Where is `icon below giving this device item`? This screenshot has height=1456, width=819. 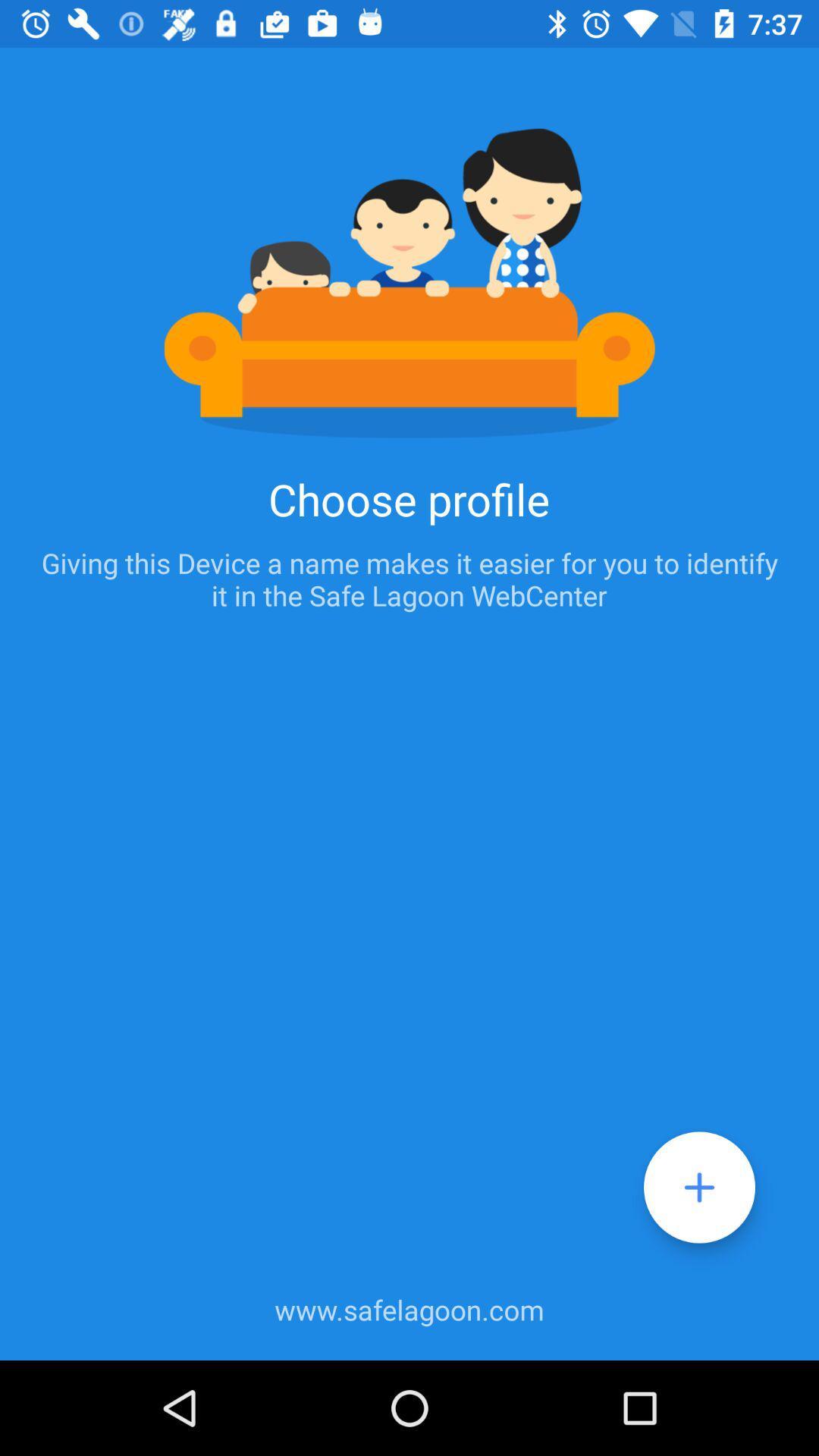
icon below giving this device item is located at coordinates (699, 1186).